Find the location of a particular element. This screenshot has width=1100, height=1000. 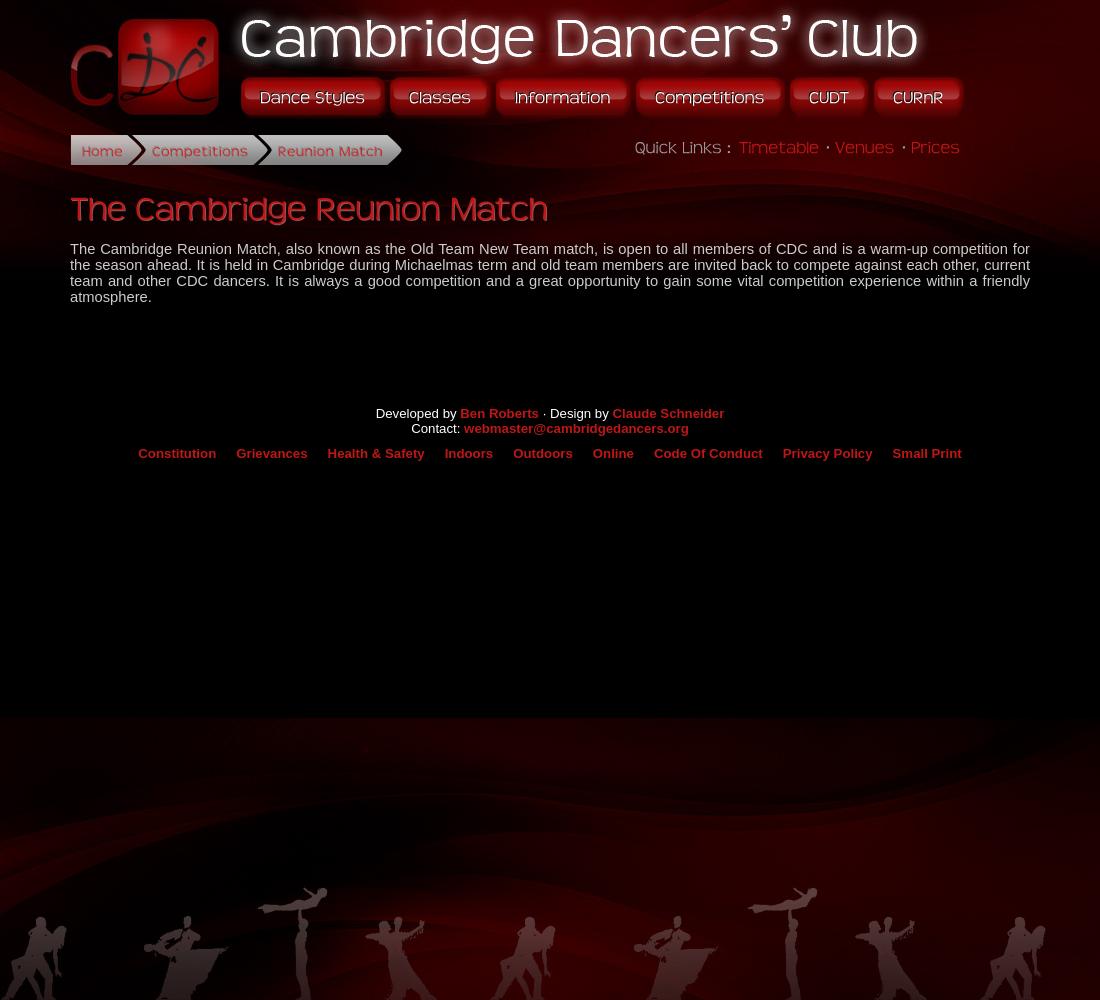

'Privacy Policy' is located at coordinates (825, 451).